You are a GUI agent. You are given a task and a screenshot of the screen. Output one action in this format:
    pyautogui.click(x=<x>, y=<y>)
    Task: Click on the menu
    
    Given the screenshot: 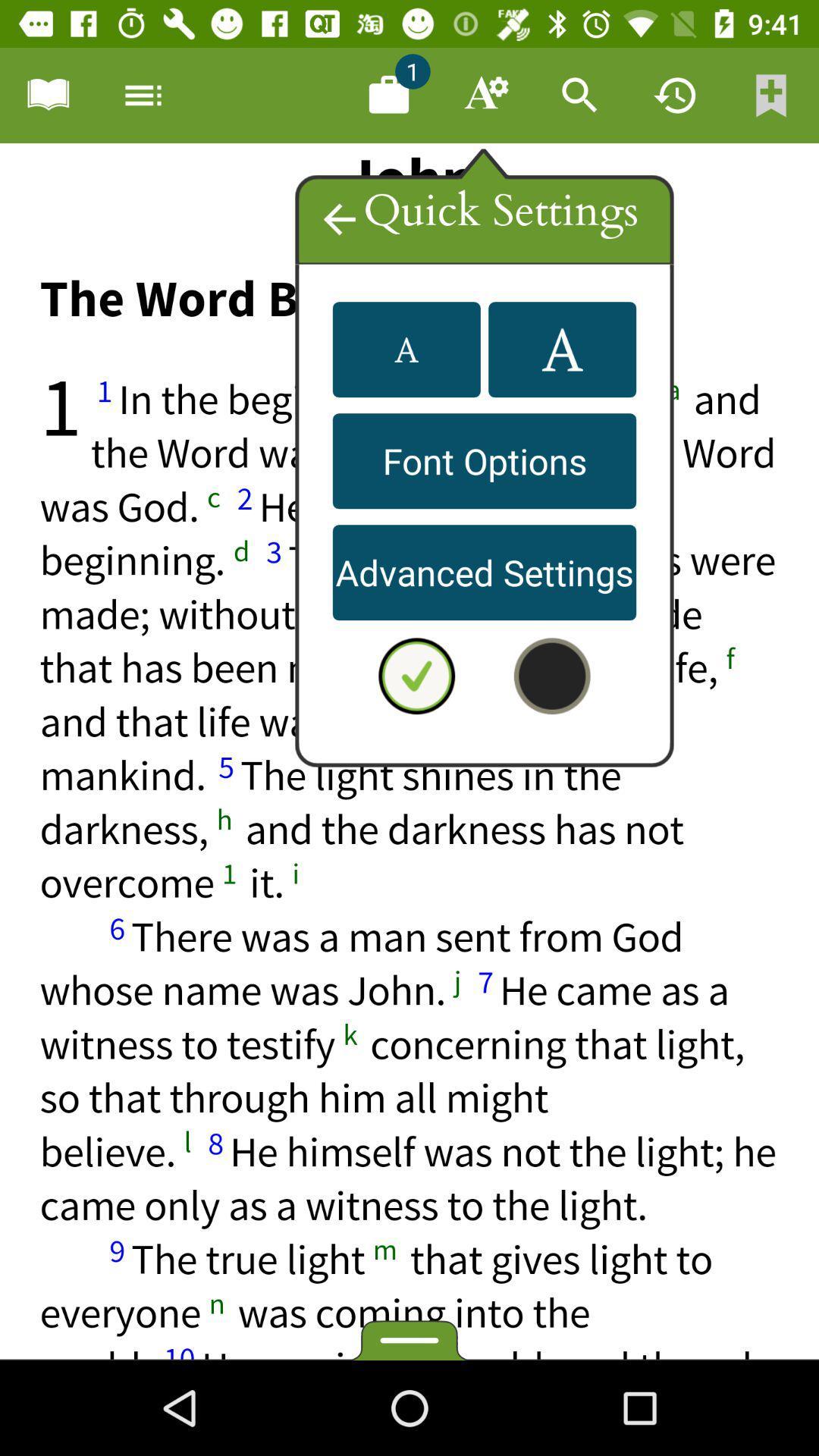 What is the action you would take?
    pyautogui.click(x=143, y=94)
    